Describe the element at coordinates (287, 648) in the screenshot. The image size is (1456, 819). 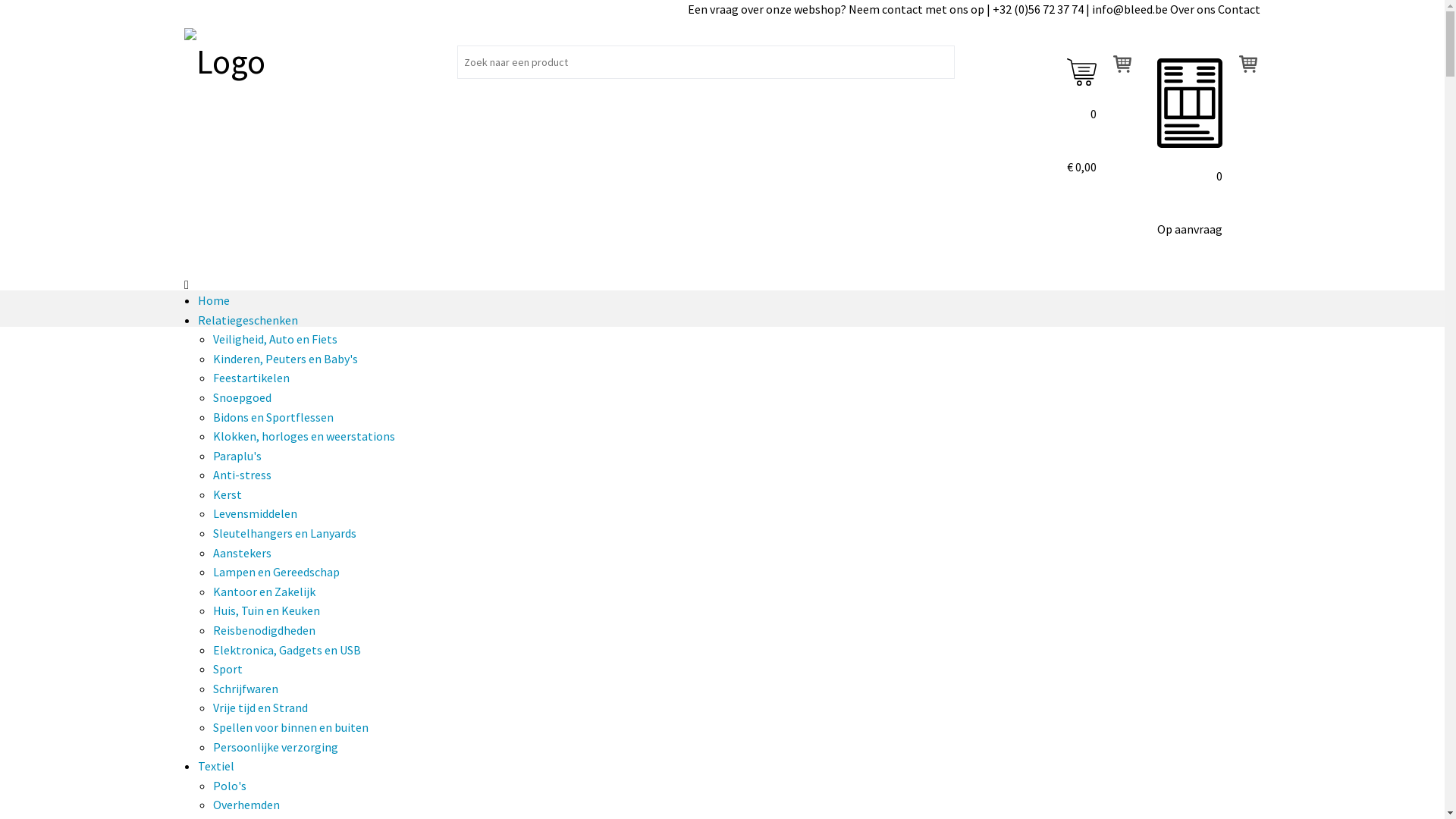
I see `'Elektronica, Gadgets en USB'` at that location.